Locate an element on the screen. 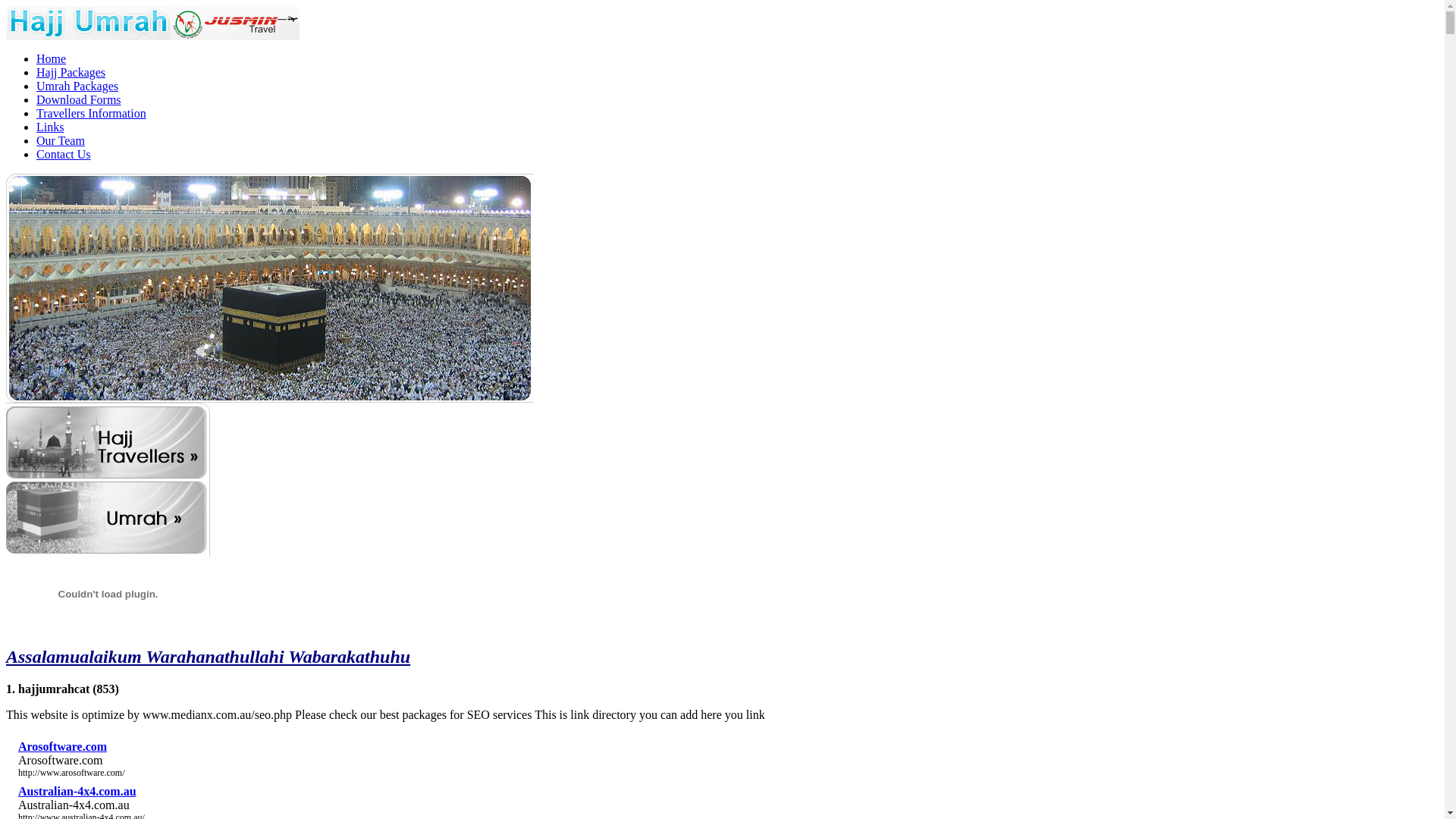 Image resolution: width=1456 pixels, height=819 pixels. 'Download Forms' is located at coordinates (36, 99).